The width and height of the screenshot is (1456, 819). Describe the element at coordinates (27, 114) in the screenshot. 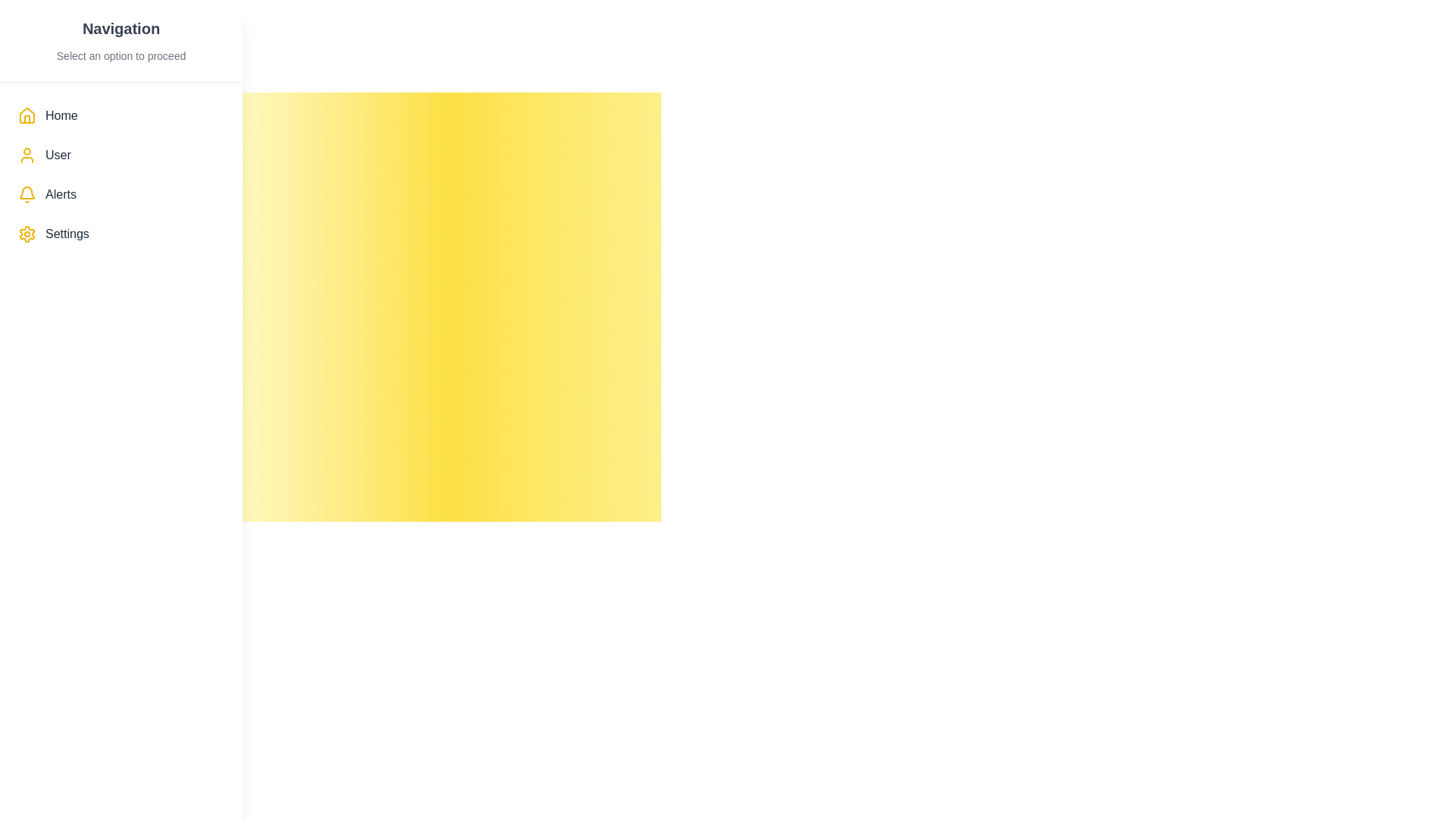

I see `the 'Home' icon located in the left-side navigation panel` at that location.